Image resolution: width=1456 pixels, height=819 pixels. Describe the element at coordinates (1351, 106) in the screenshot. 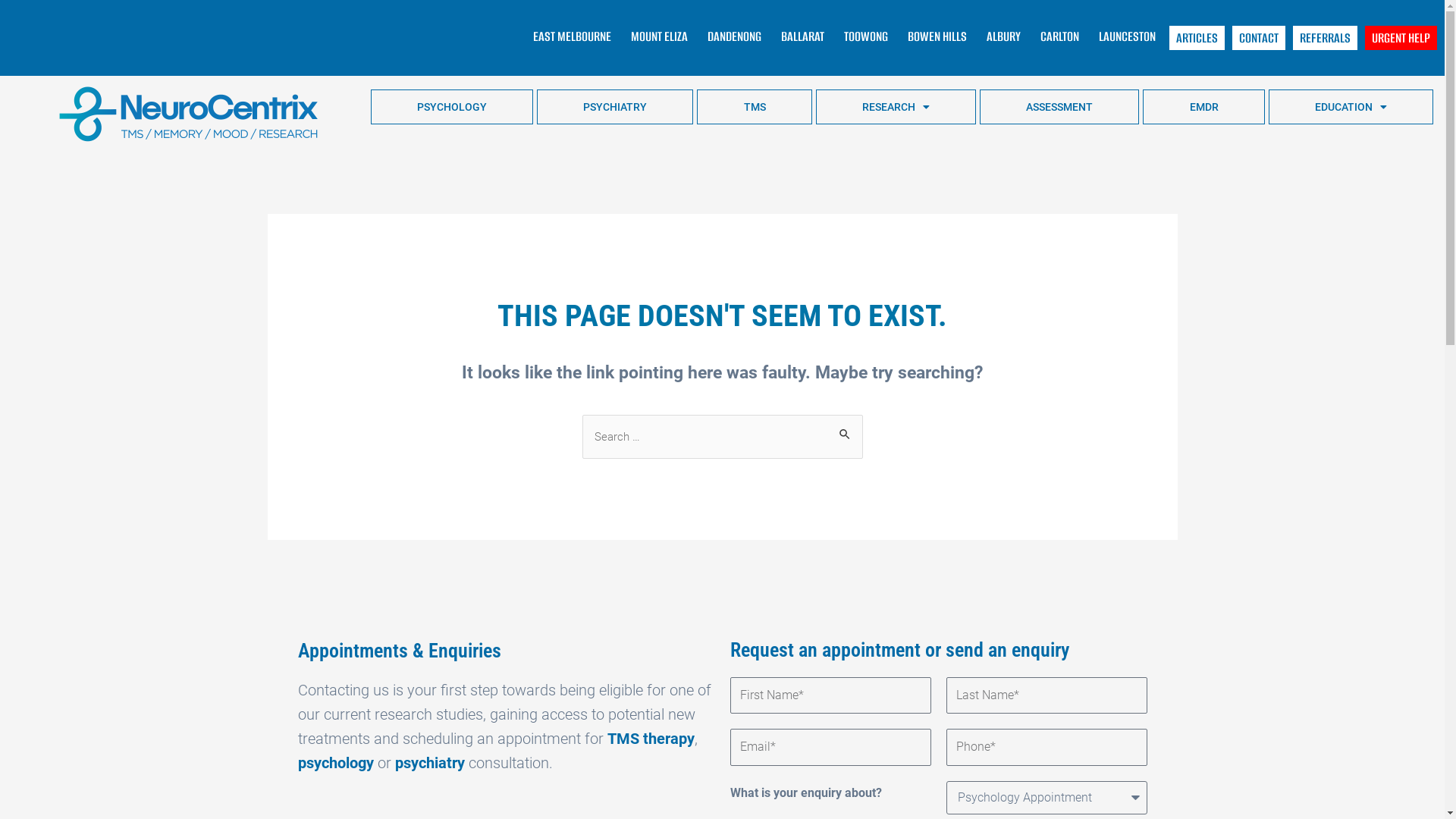

I see `'EDUCATION'` at that location.